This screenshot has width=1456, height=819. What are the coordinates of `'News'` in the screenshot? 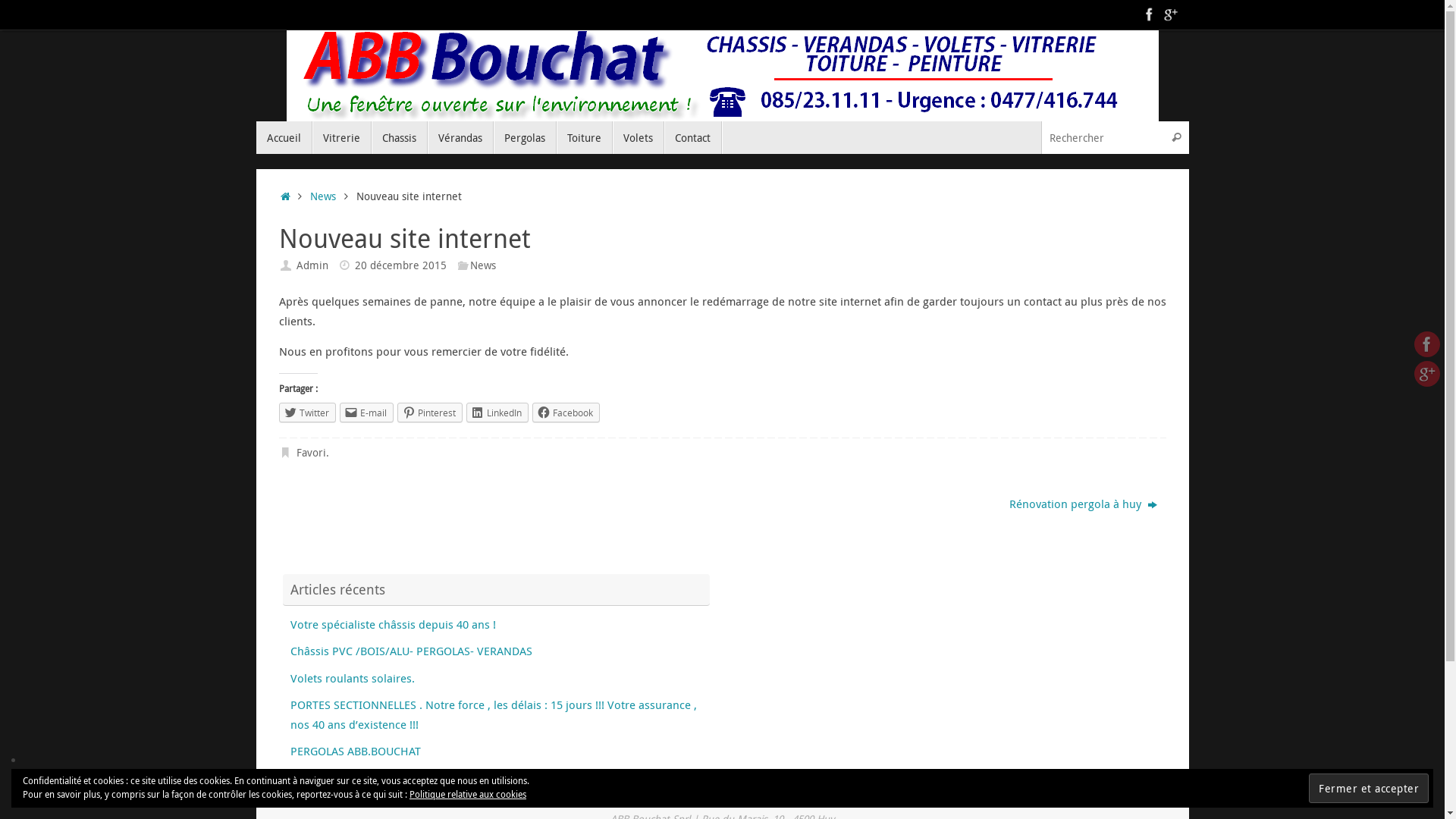 It's located at (309, 195).